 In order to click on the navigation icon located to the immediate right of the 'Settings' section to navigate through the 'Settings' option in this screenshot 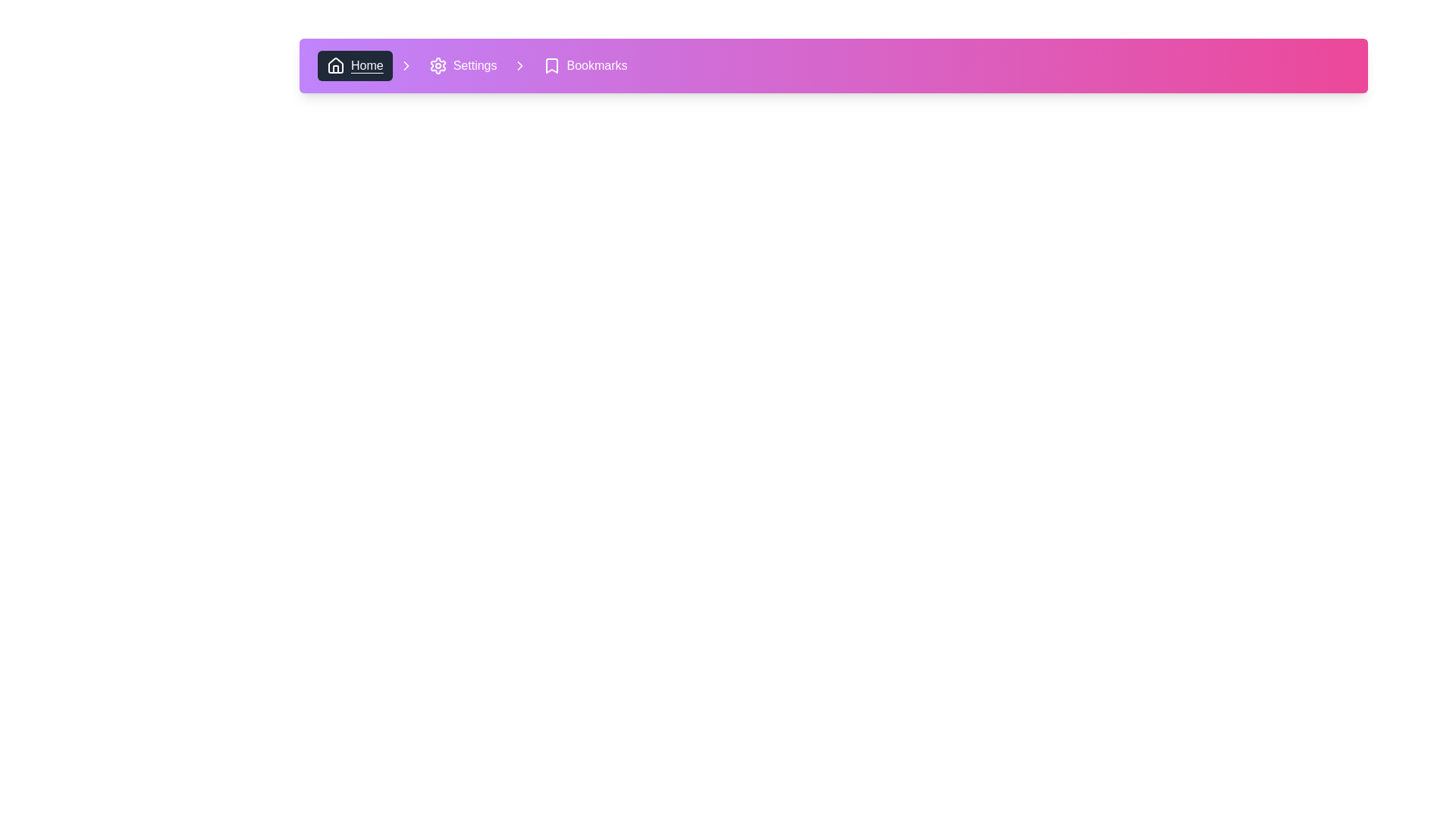, I will do `click(519, 65)`.